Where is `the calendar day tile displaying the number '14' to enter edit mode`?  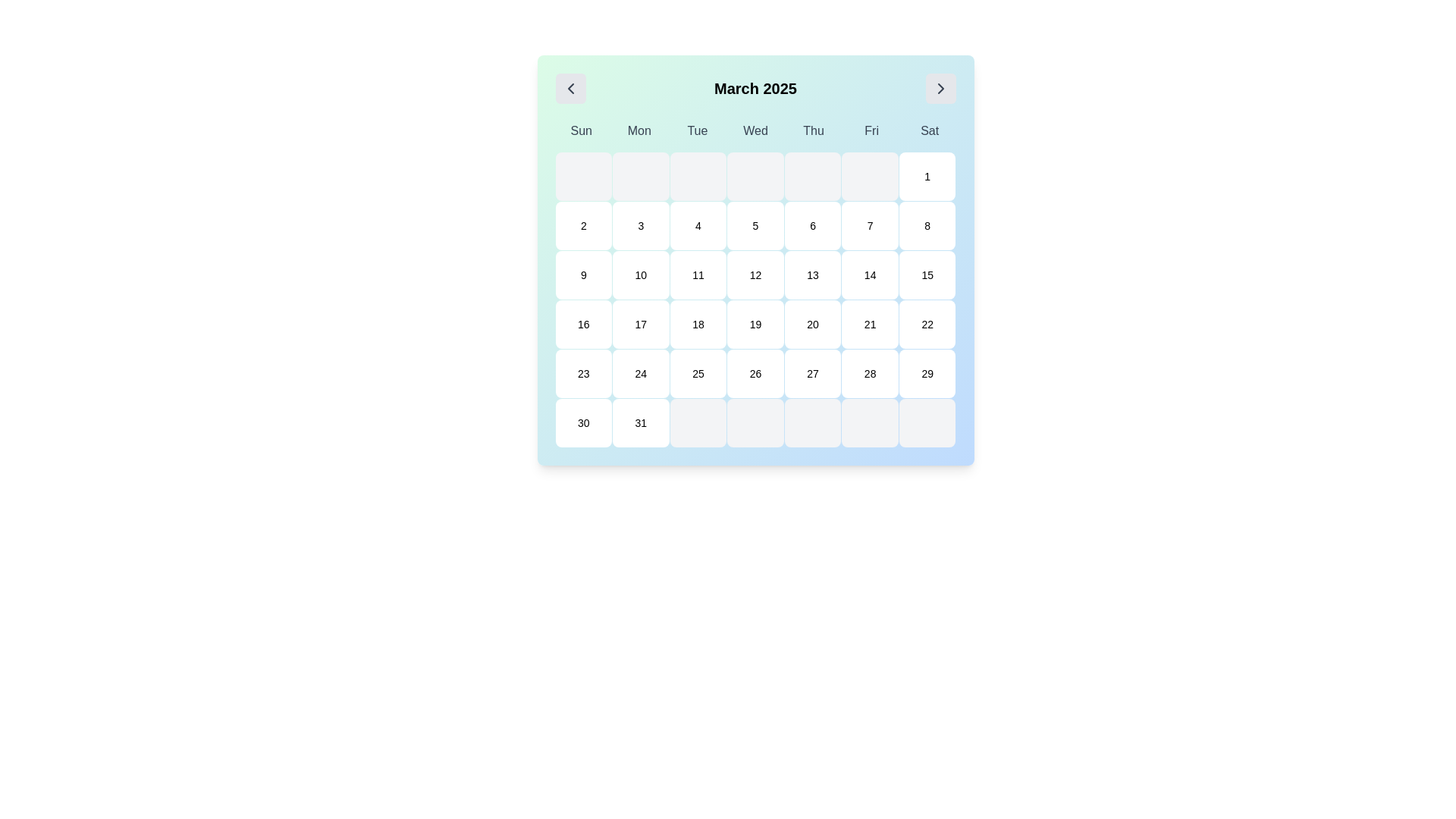 the calendar day tile displaying the number '14' to enter edit mode is located at coordinates (870, 275).